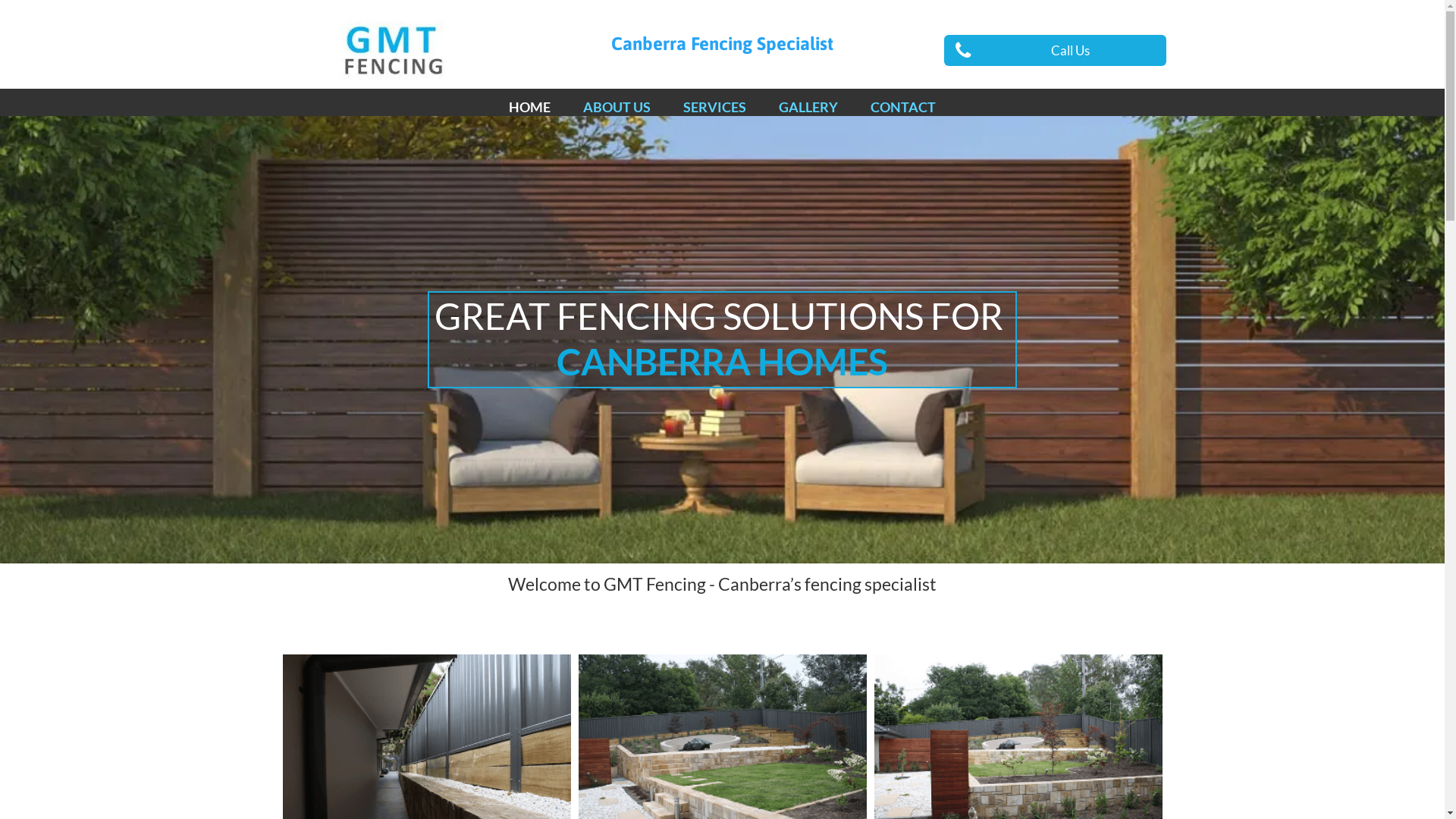 This screenshot has width=1456, height=819. I want to click on 'ABOUT US', so click(617, 106).